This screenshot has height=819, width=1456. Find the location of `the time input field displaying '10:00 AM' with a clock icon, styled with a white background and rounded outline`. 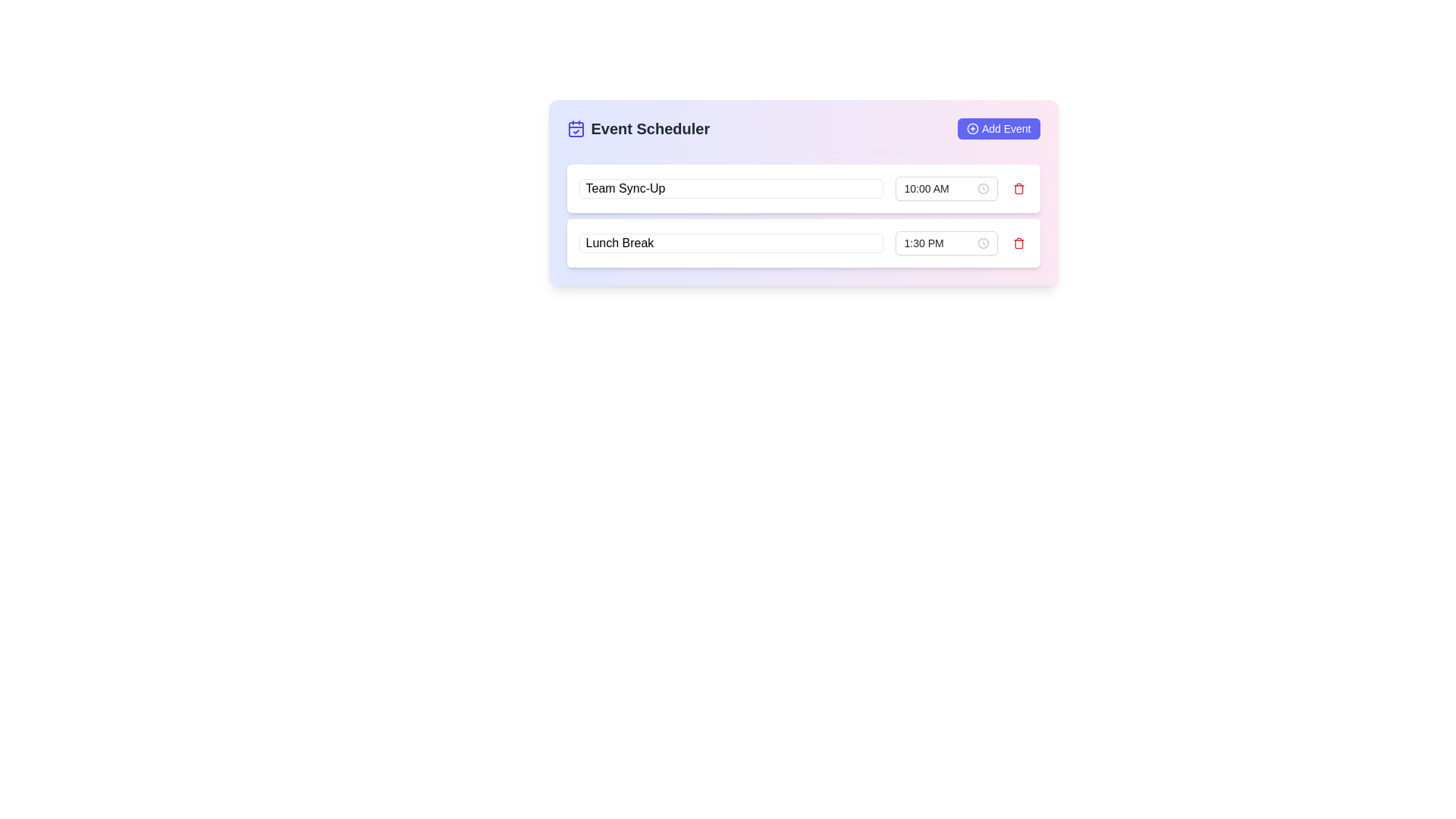

the time input field displaying '10:00 AM' with a clock icon, styled with a white background and rounded outline is located at coordinates (946, 188).